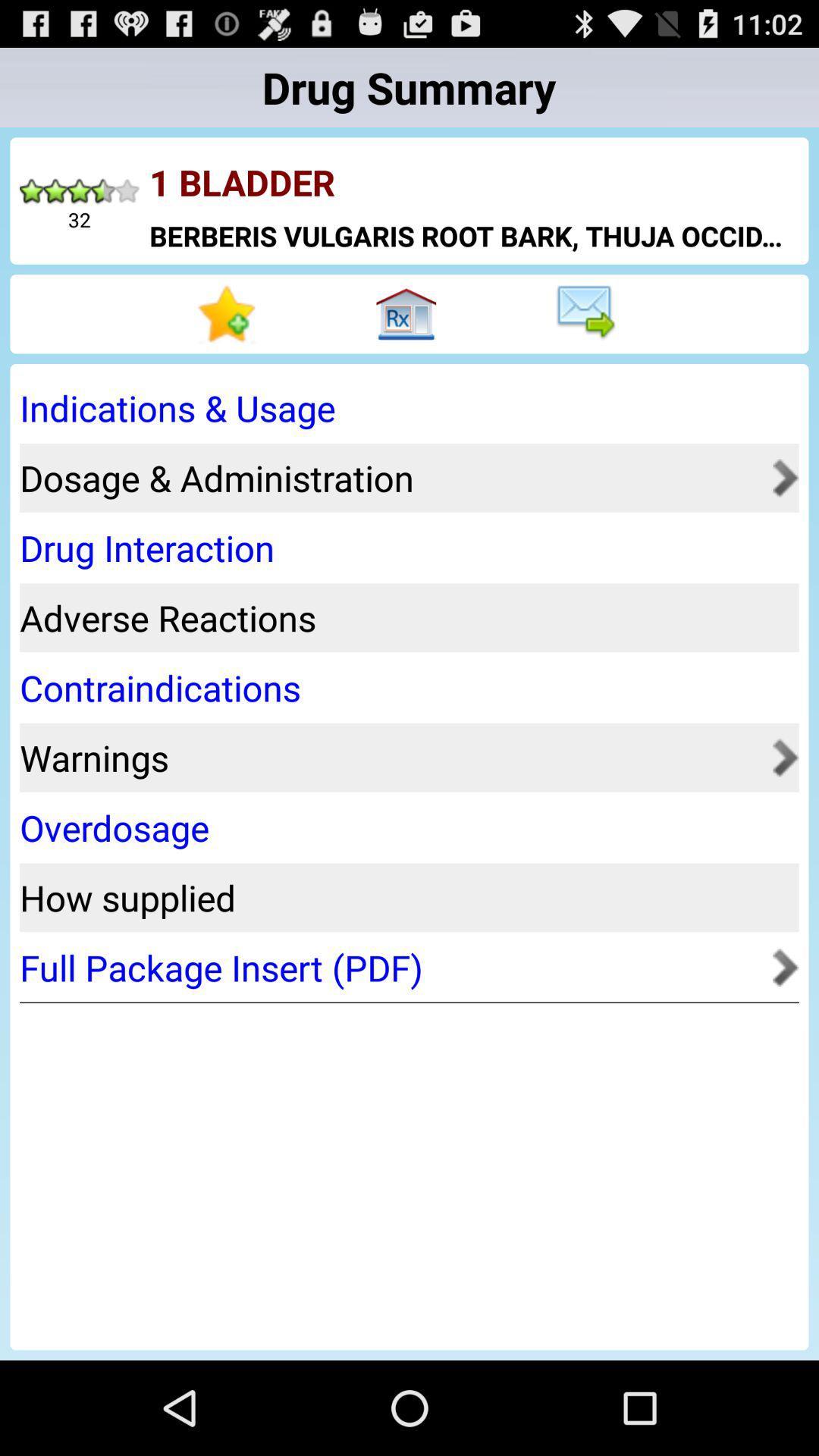 Image resolution: width=819 pixels, height=1456 pixels. I want to click on the drug interaction item, so click(403, 547).